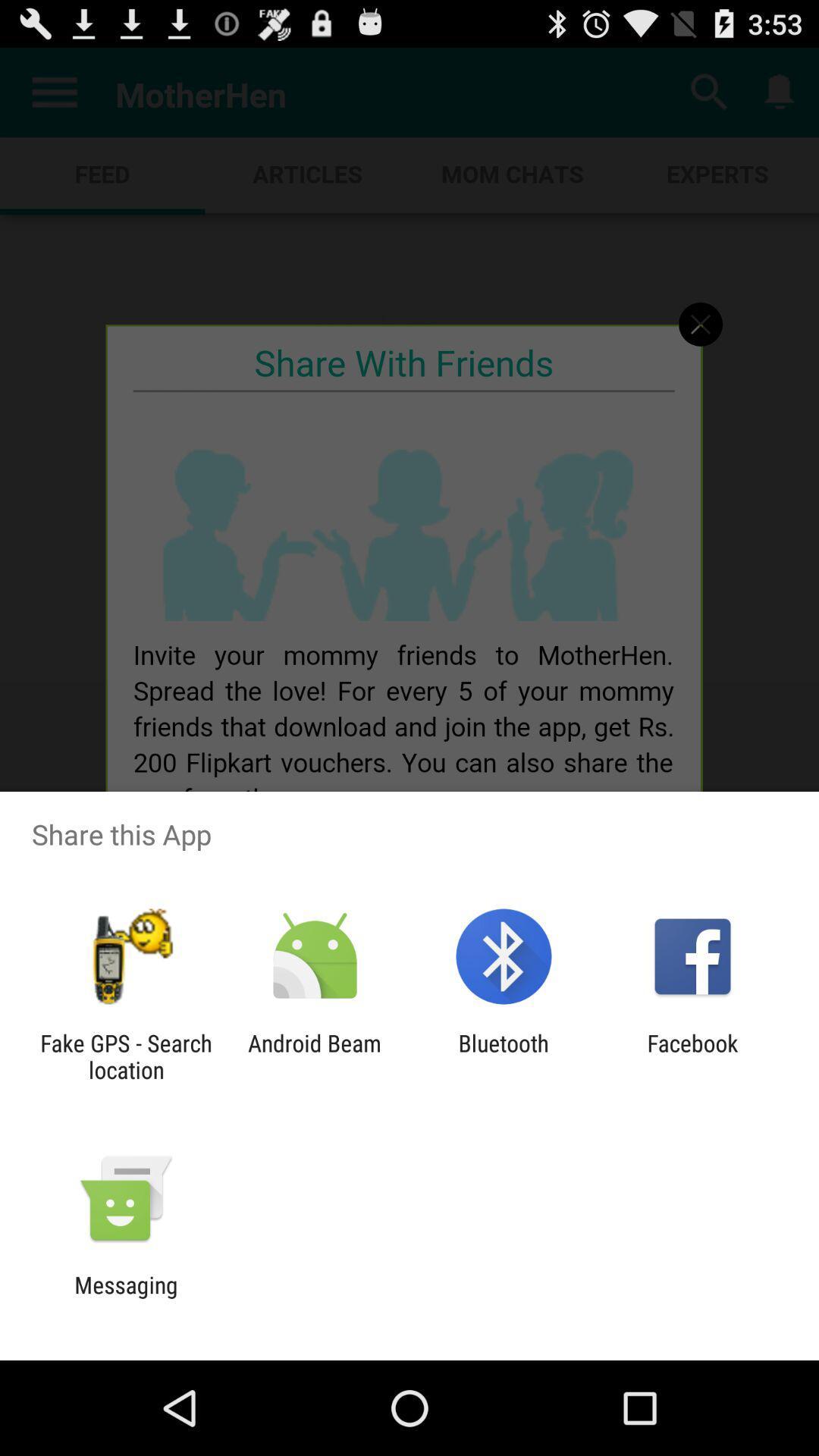 The image size is (819, 1456). Describe the element at coordinates (125, 1056) in the screenshot. I see `app next to android beam item` at that location.